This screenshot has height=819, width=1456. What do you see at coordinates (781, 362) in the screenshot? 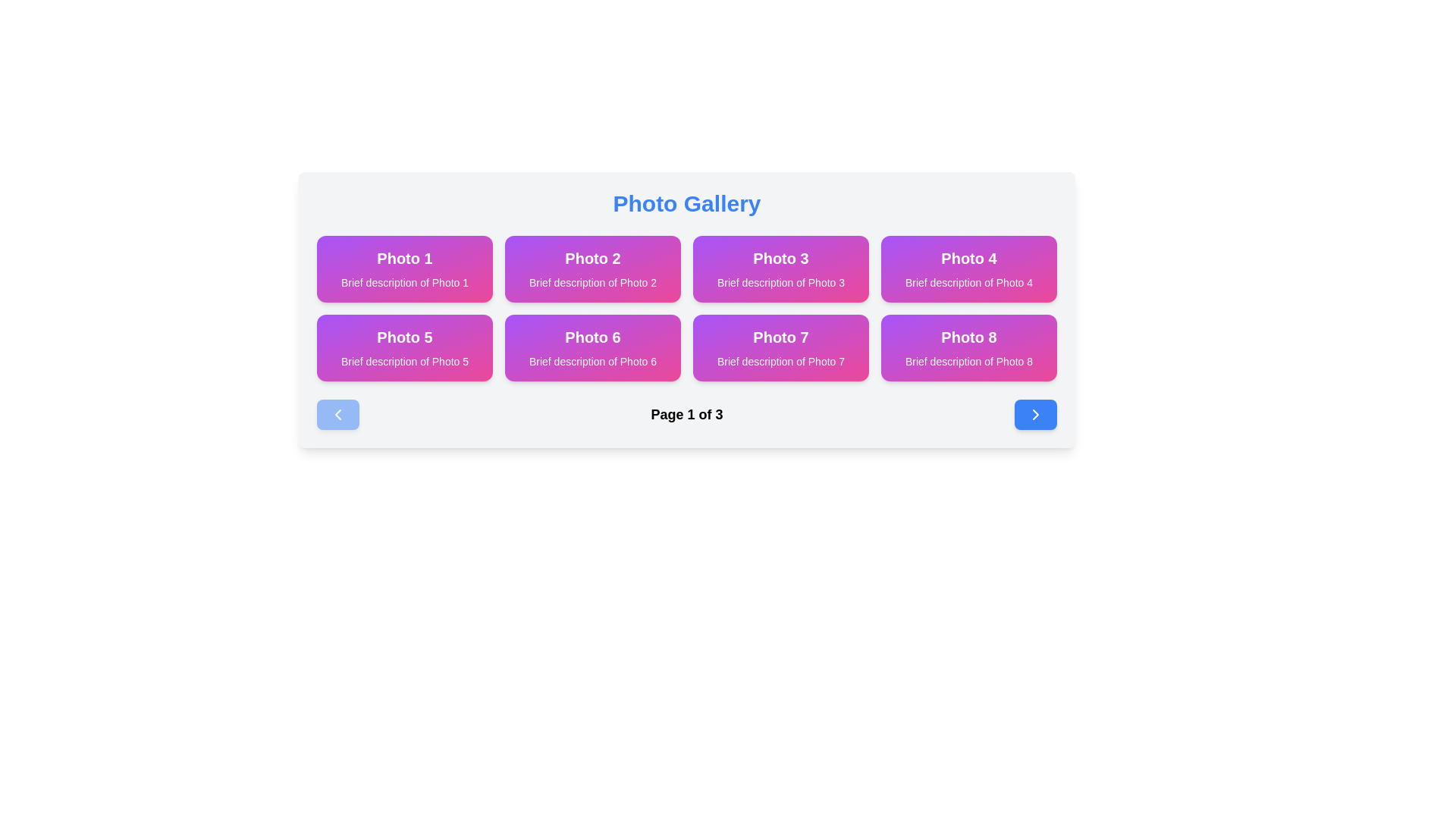
I see `the text label that reads 'Brief description of Photo 7', which is styled in a small font and located below the heading 'Photo 7' within a card component` at bounding box center [781, 362].